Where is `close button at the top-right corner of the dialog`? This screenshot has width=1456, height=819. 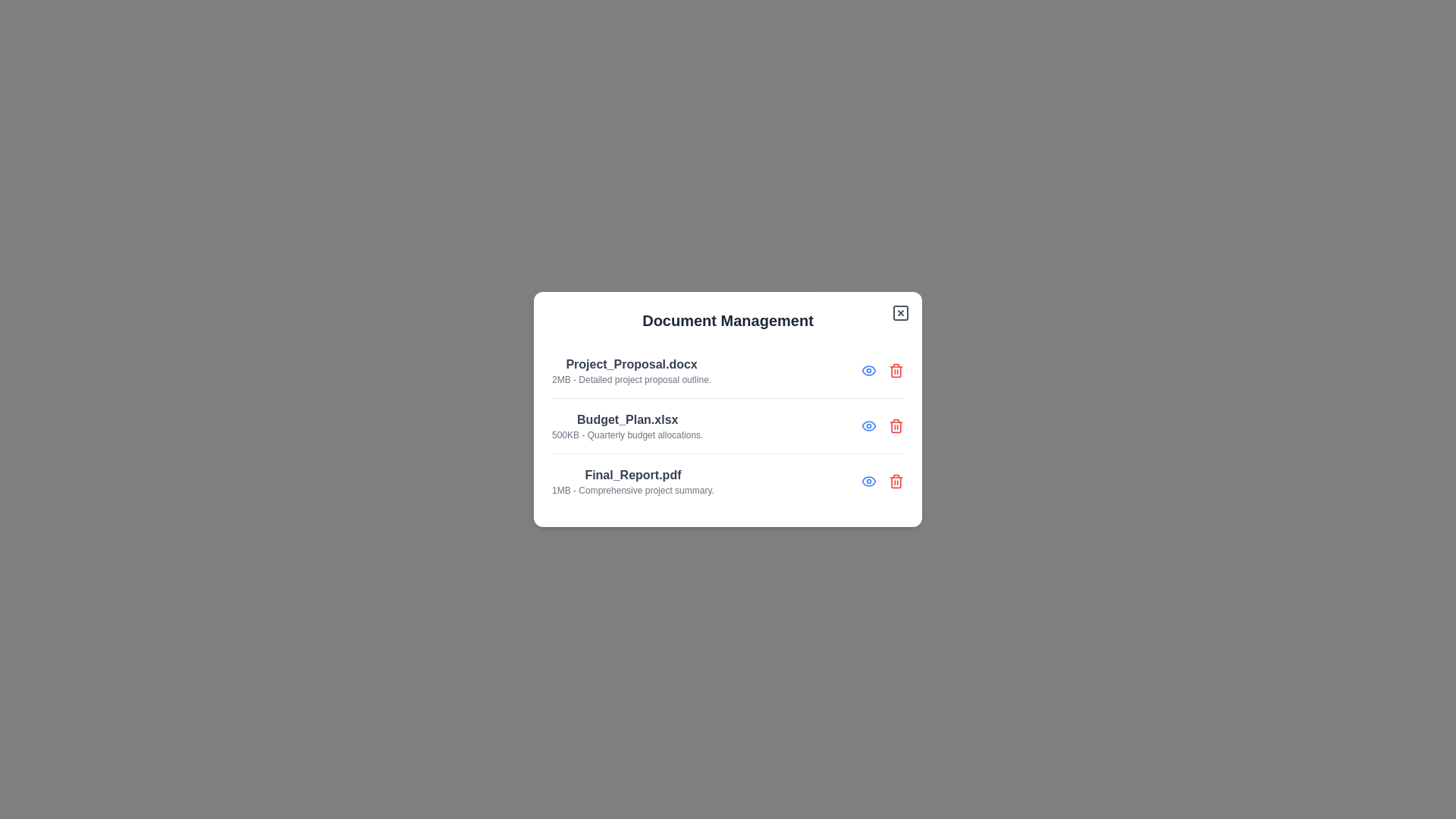 close button at the top-right corner of the dialog is located at coordinates (901, 312).